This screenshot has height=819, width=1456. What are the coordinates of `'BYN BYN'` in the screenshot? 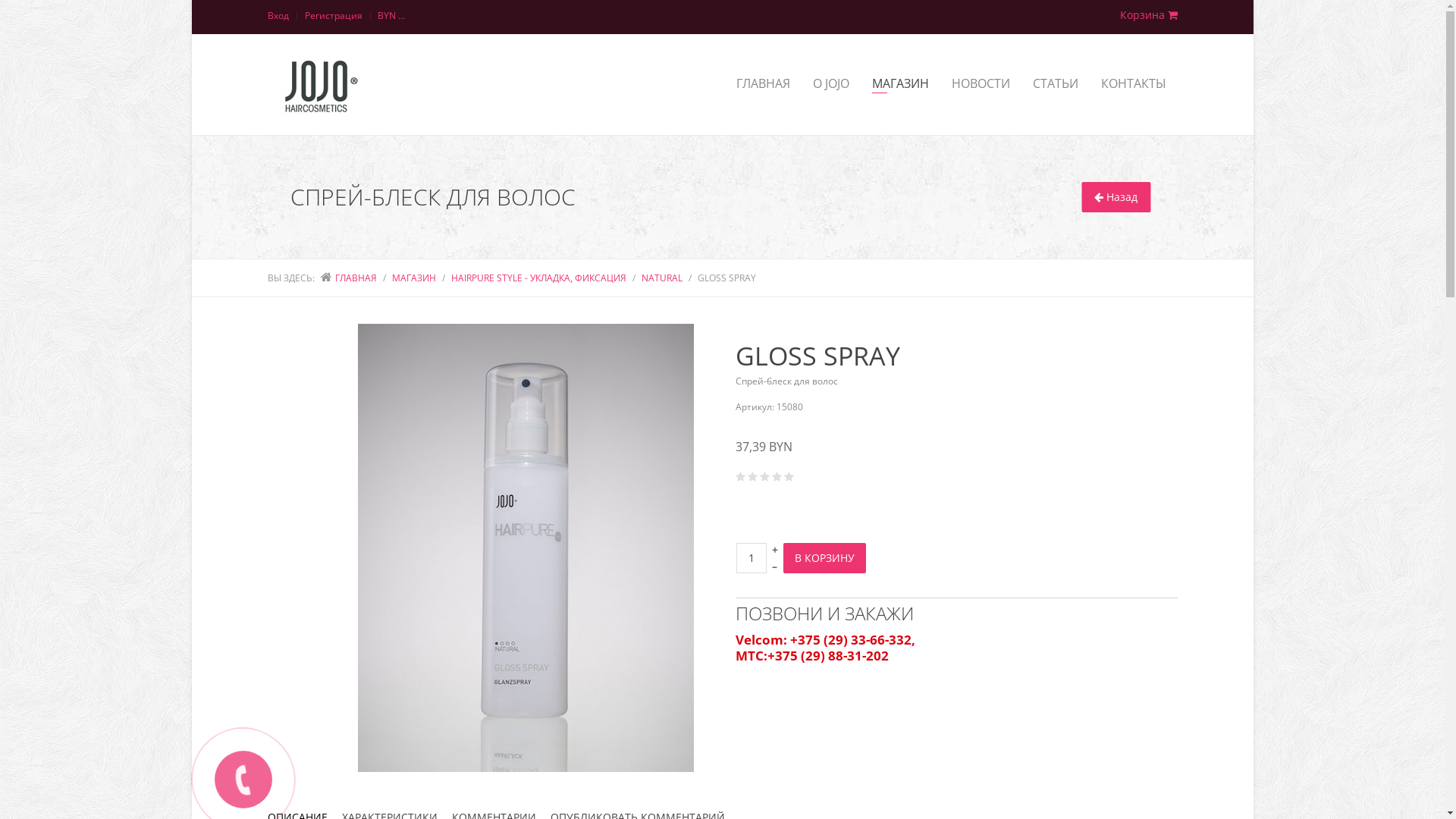 It's located at (392, 17).